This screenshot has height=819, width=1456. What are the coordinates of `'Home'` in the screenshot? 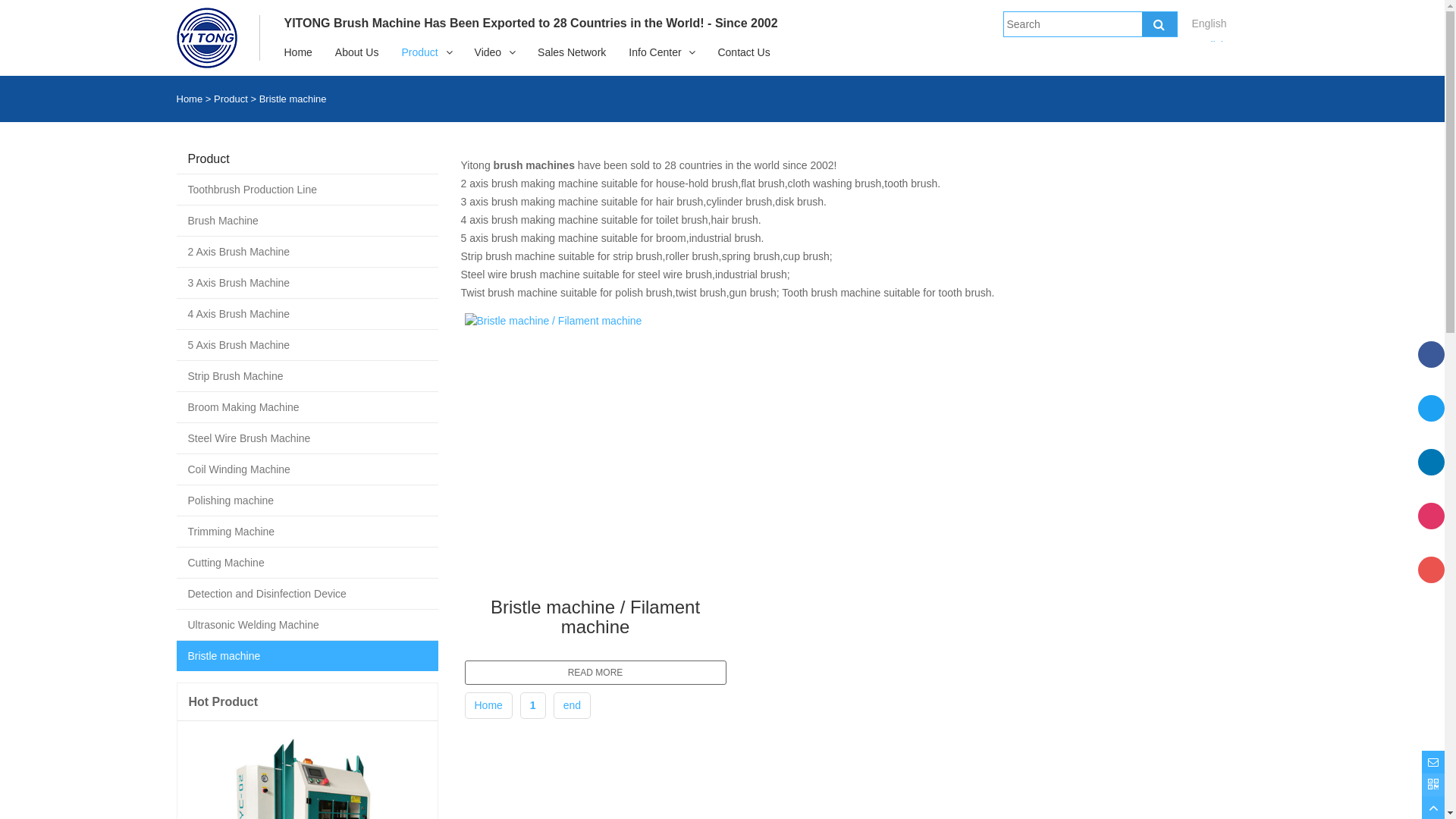 It's located at (273, 52).